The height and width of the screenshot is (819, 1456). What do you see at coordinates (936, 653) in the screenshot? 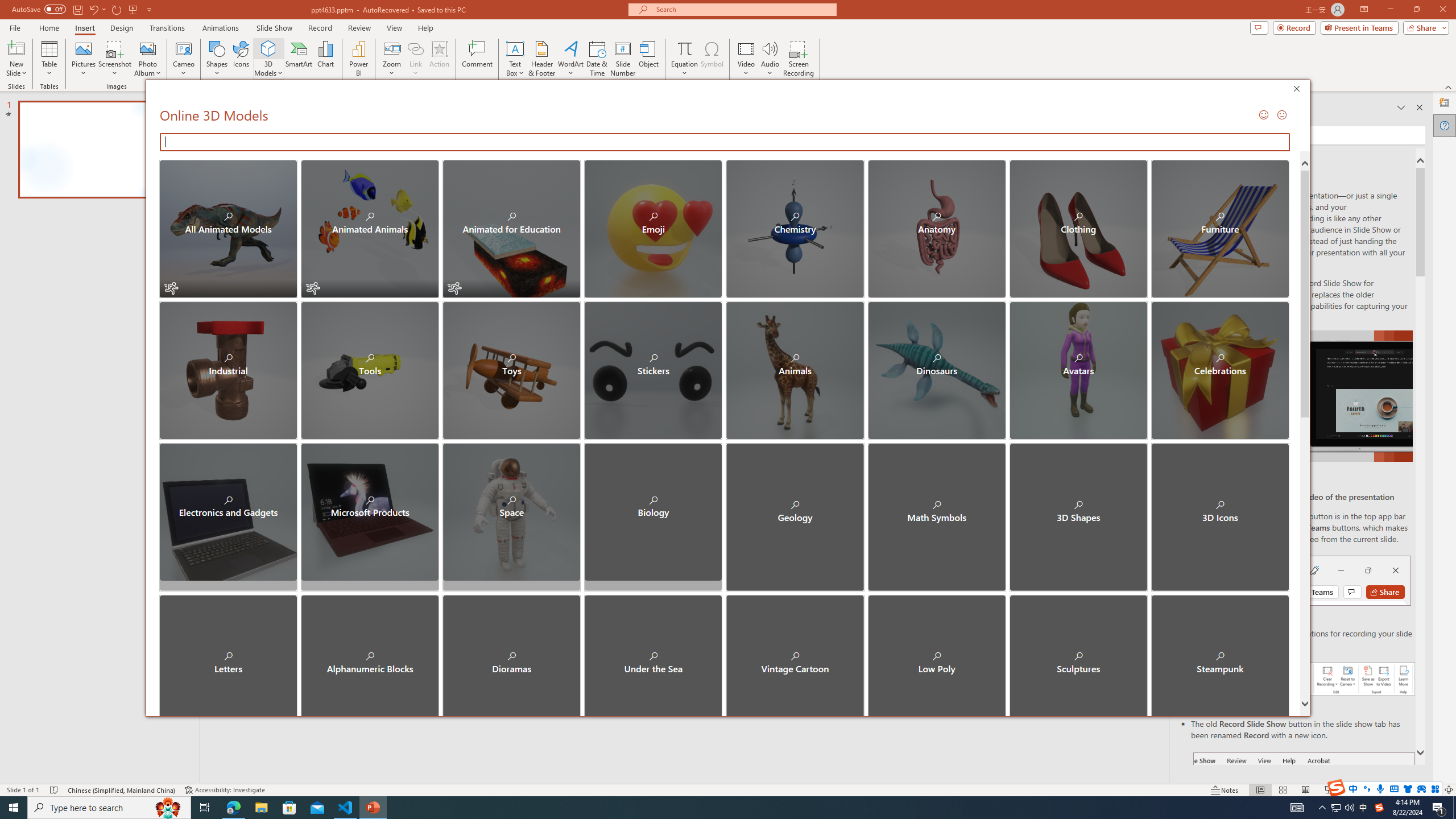
I see `'Low Poly'` at bounding box center [936, 653].